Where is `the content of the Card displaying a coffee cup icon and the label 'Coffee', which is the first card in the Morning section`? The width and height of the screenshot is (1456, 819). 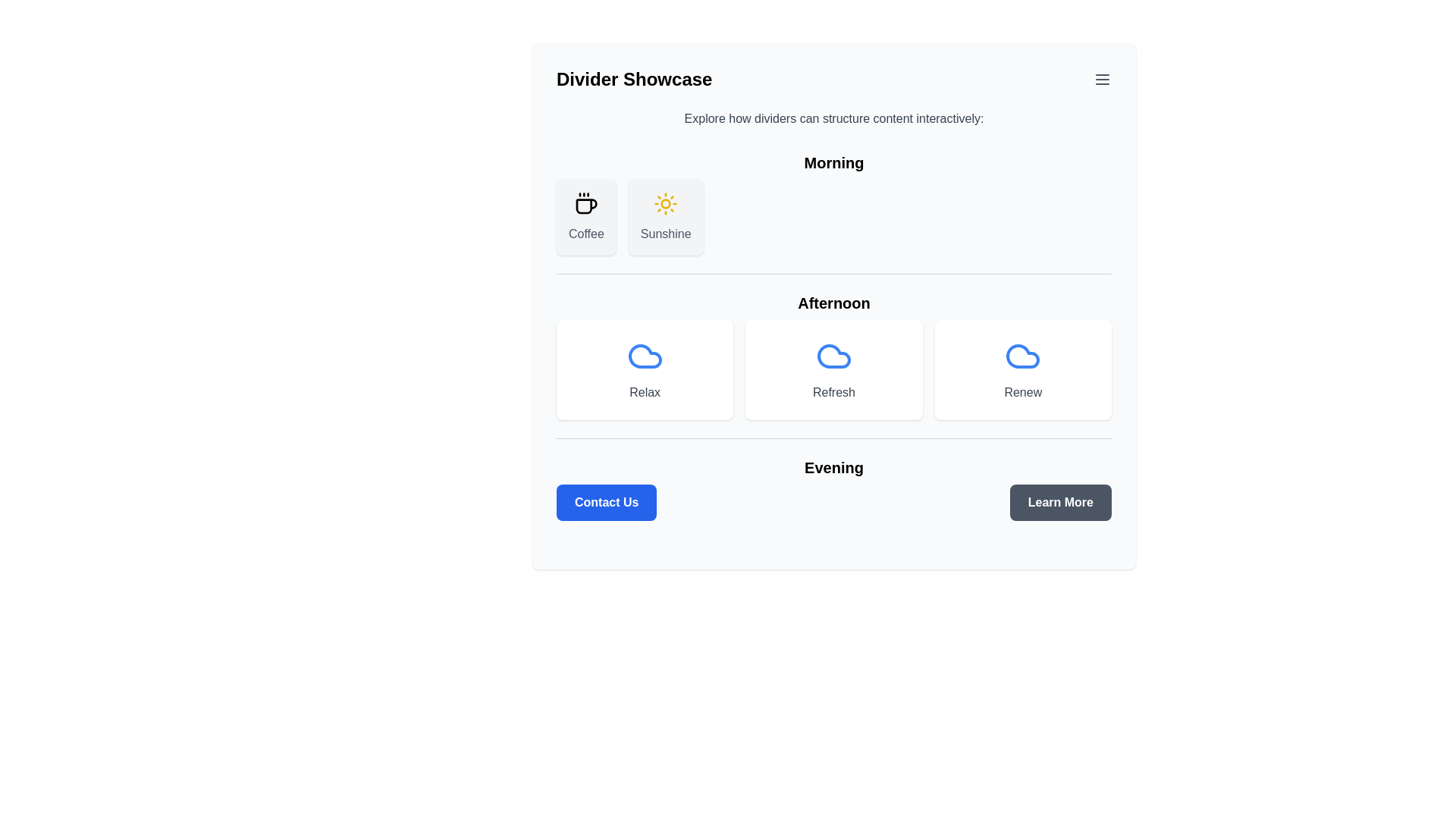
the content of the Card displaying a coffee cup icon and the label 'Coffee', which is the first card in the Morning section is located at coordinates (585, 217).